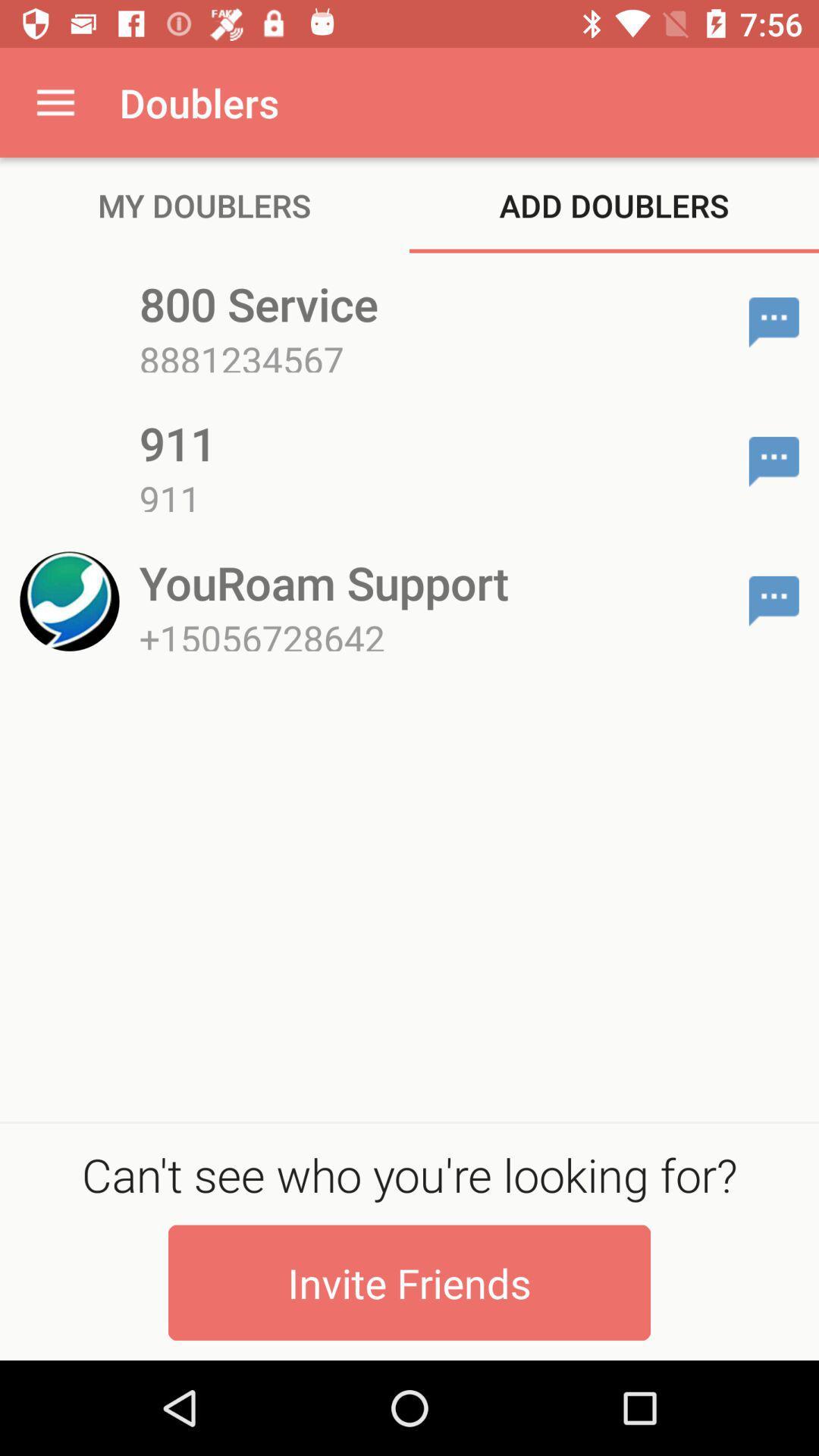 The width and height of the screenshot is (819, 1456). Describe the element at coordinates (773, 600) in the screenshot. I see `chat with number` at that location.